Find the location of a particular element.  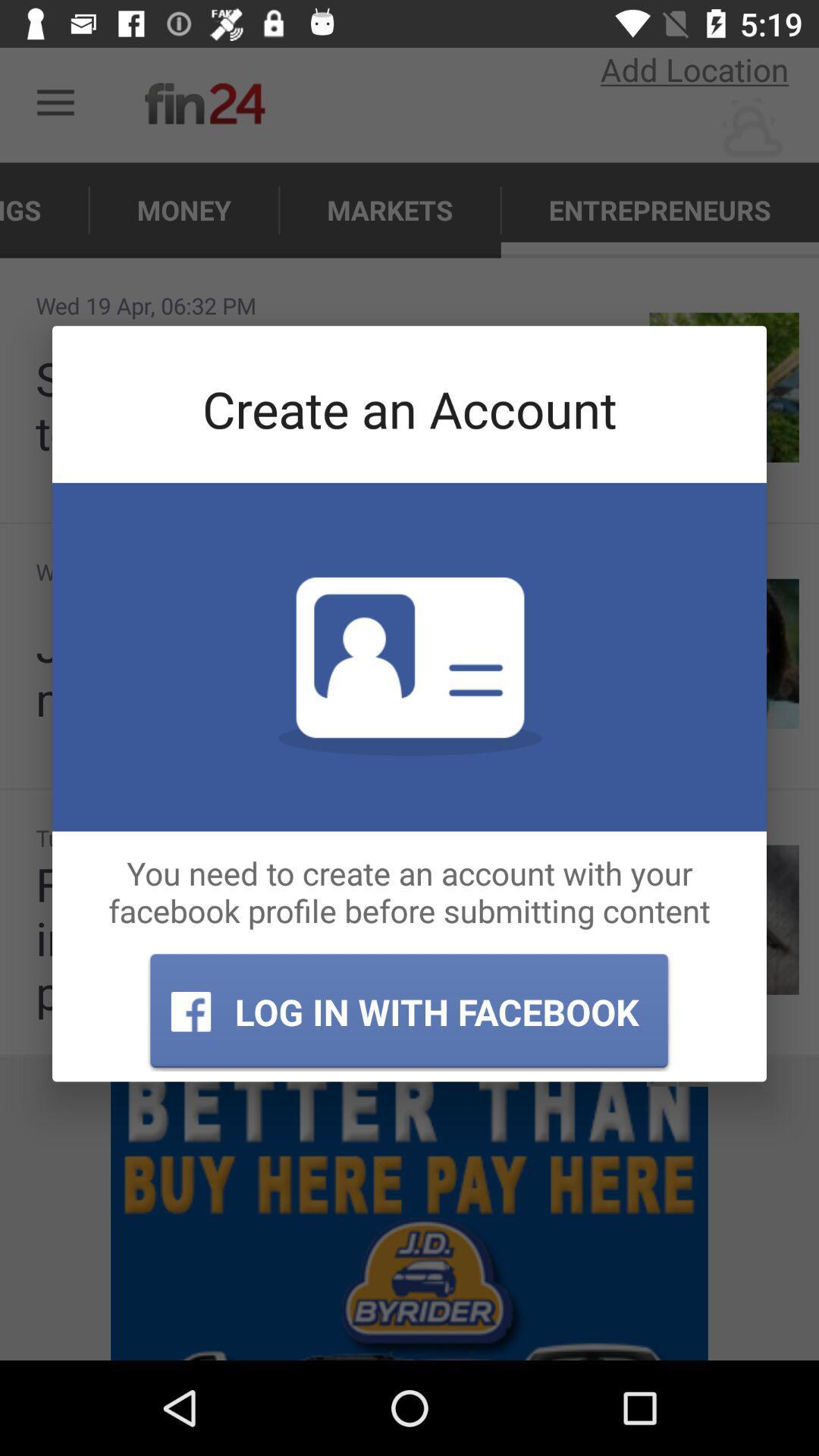

item at the bottom is located at coordinates (408, 1012).